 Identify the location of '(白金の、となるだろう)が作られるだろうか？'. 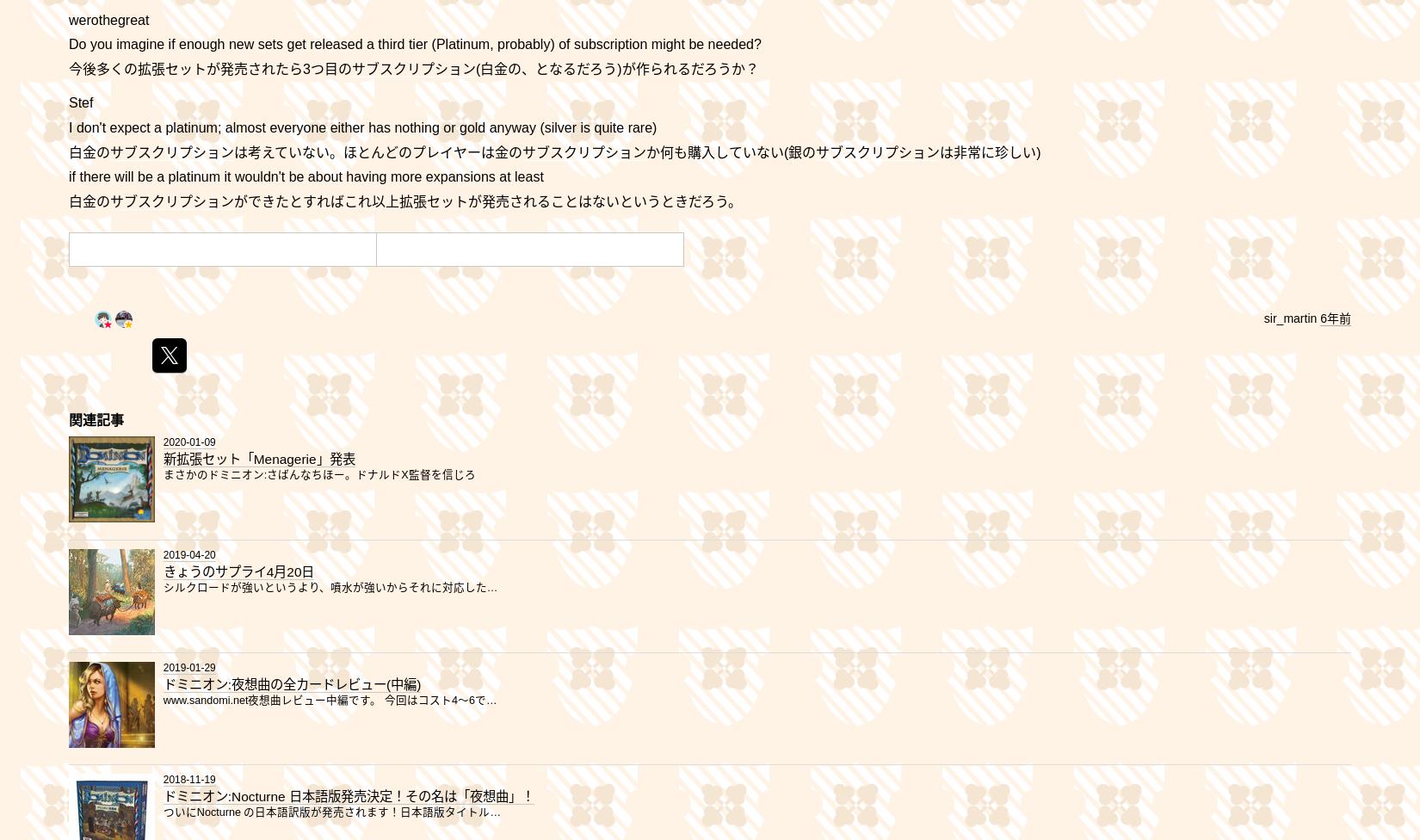
(473, 69).